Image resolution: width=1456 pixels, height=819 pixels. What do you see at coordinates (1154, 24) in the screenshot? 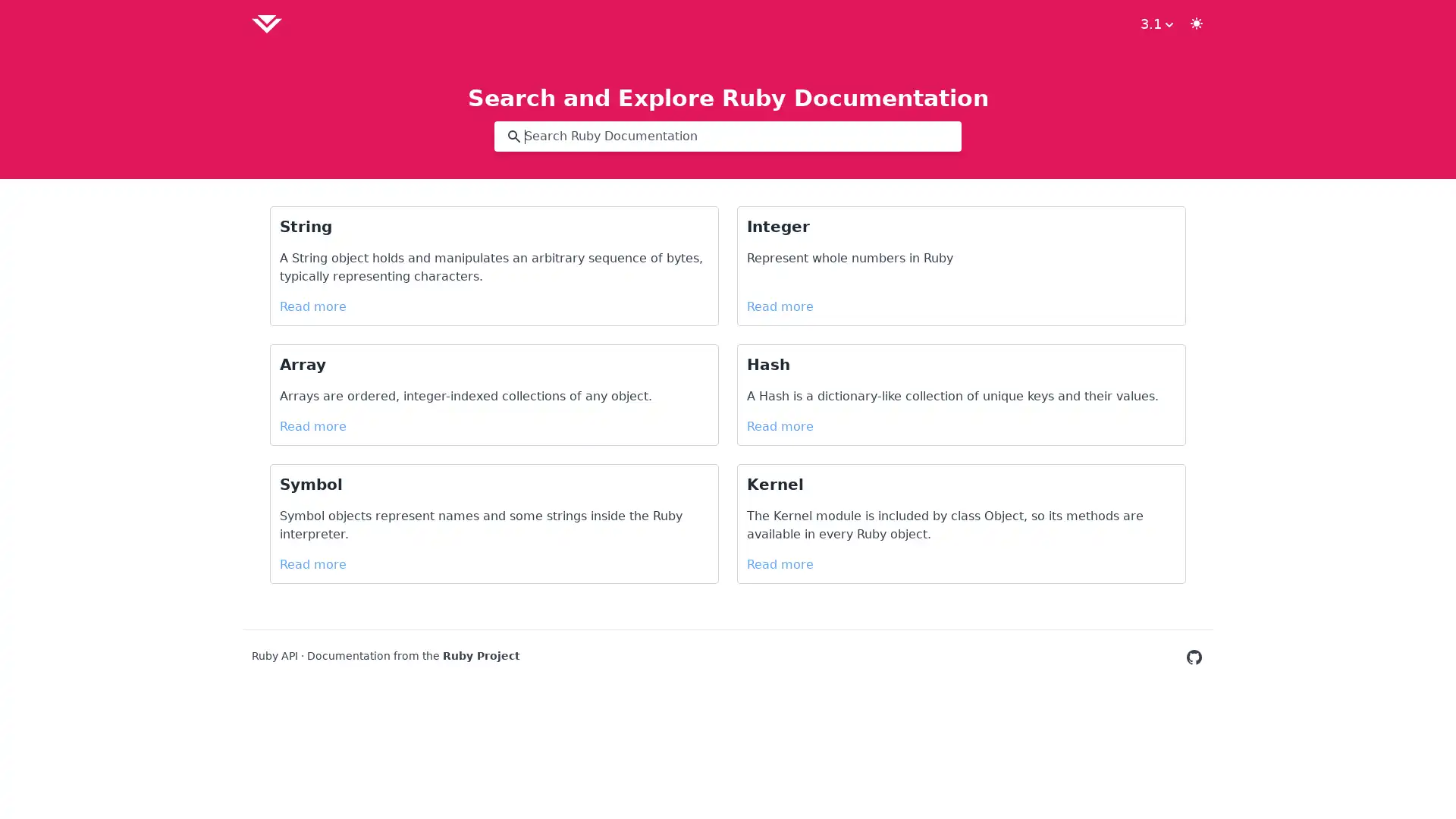
I see `Show github links` at bounding box center [1154, 24].